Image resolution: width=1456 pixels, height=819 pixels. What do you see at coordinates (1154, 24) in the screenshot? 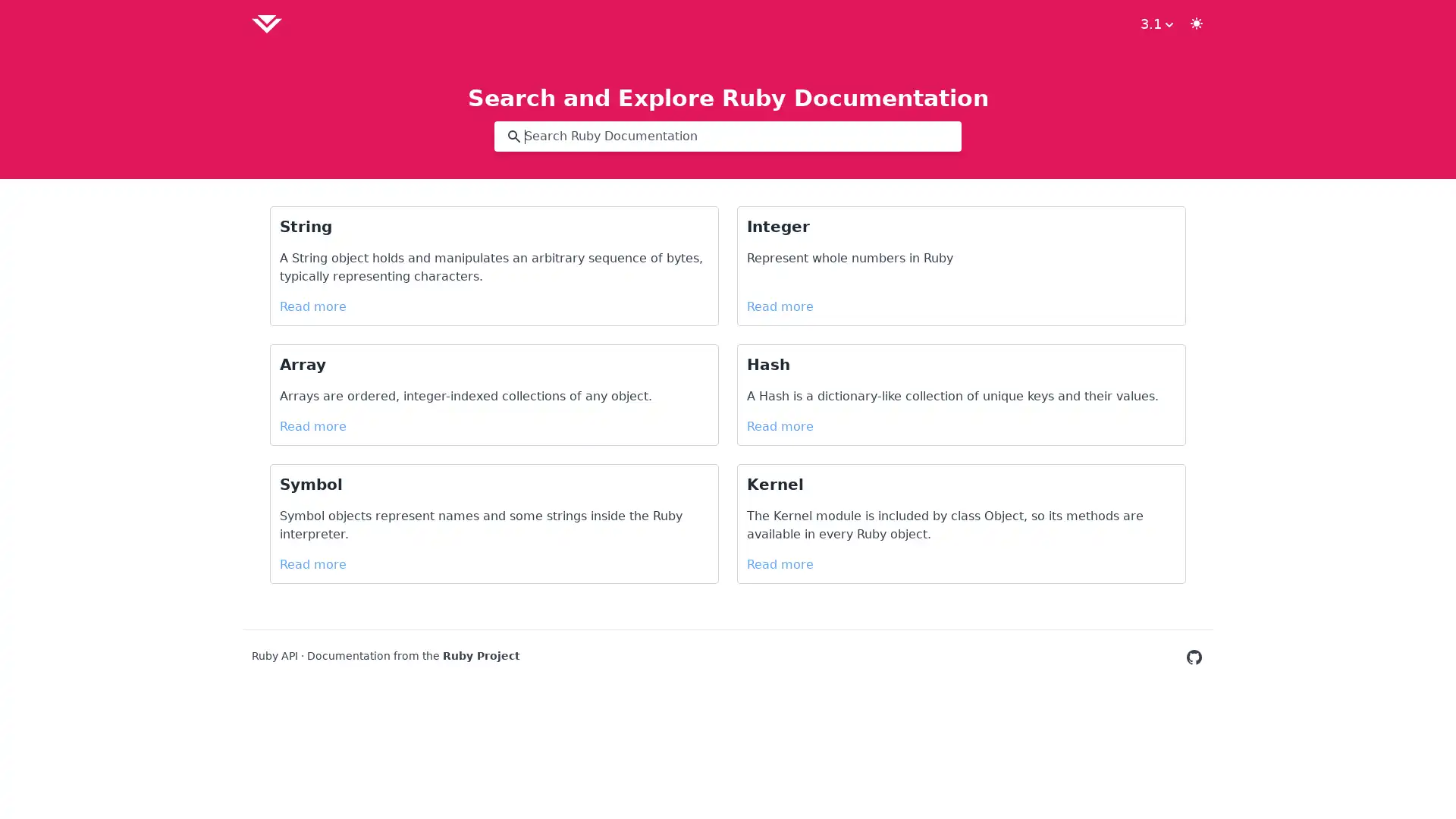
I see `Show github links` at bounding box center [1154, 24].